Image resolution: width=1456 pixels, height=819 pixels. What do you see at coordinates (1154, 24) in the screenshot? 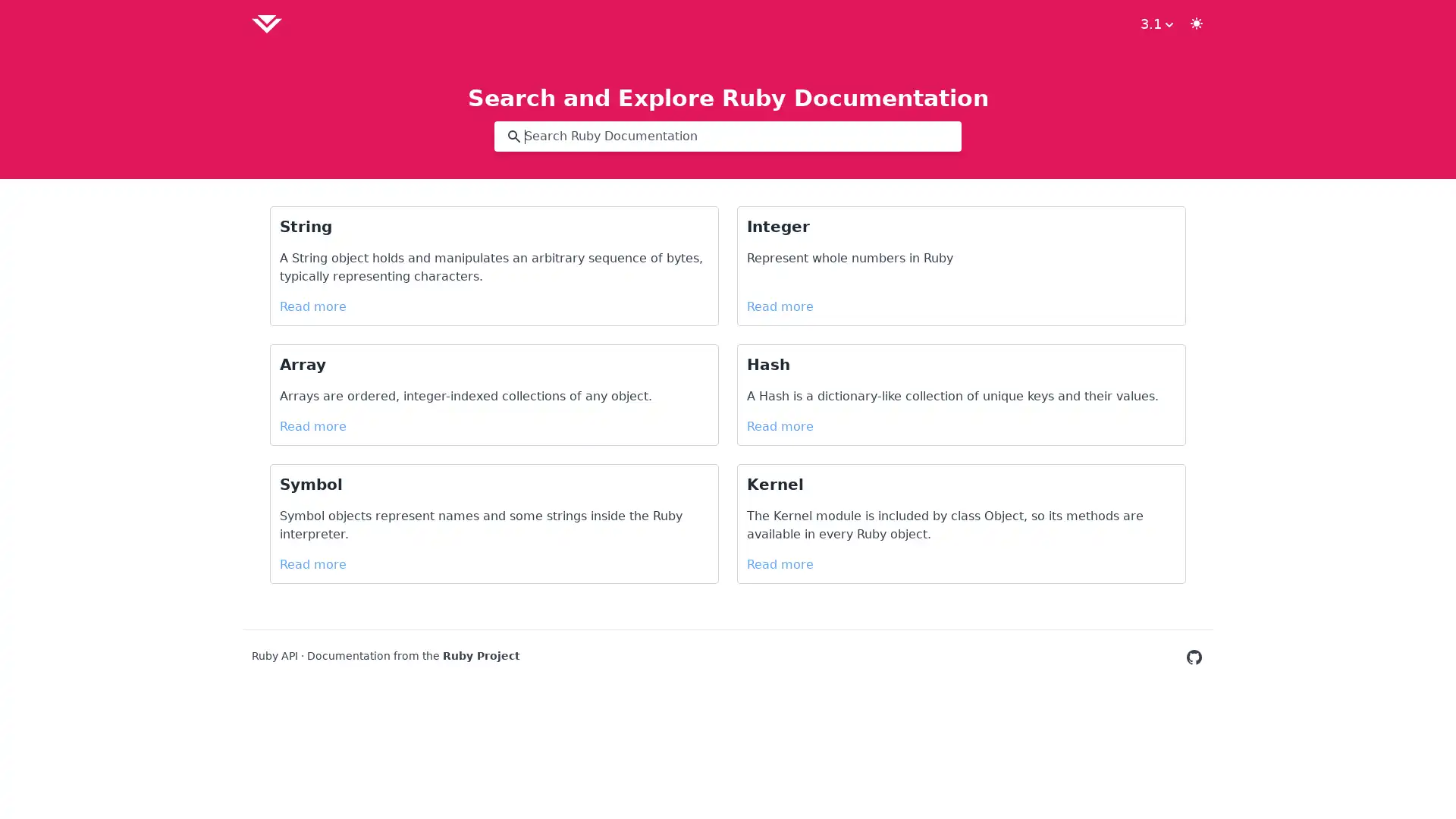
I see `Show github links` at bounding box center [1154, 24].